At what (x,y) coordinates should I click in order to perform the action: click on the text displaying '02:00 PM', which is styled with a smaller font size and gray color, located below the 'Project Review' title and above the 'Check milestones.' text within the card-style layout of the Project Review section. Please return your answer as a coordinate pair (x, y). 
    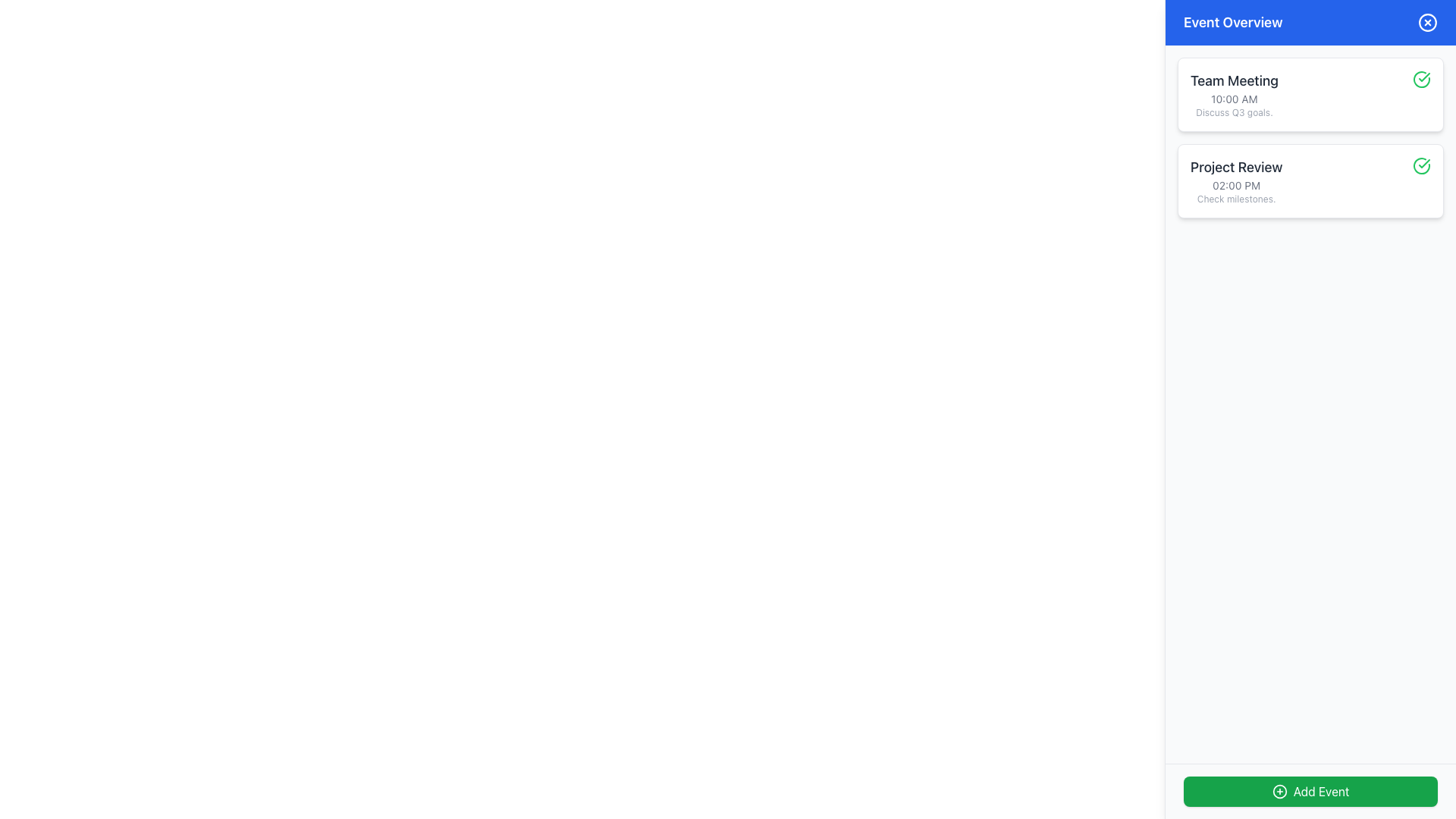
    Looking at the image, I should click on (1236, 185).